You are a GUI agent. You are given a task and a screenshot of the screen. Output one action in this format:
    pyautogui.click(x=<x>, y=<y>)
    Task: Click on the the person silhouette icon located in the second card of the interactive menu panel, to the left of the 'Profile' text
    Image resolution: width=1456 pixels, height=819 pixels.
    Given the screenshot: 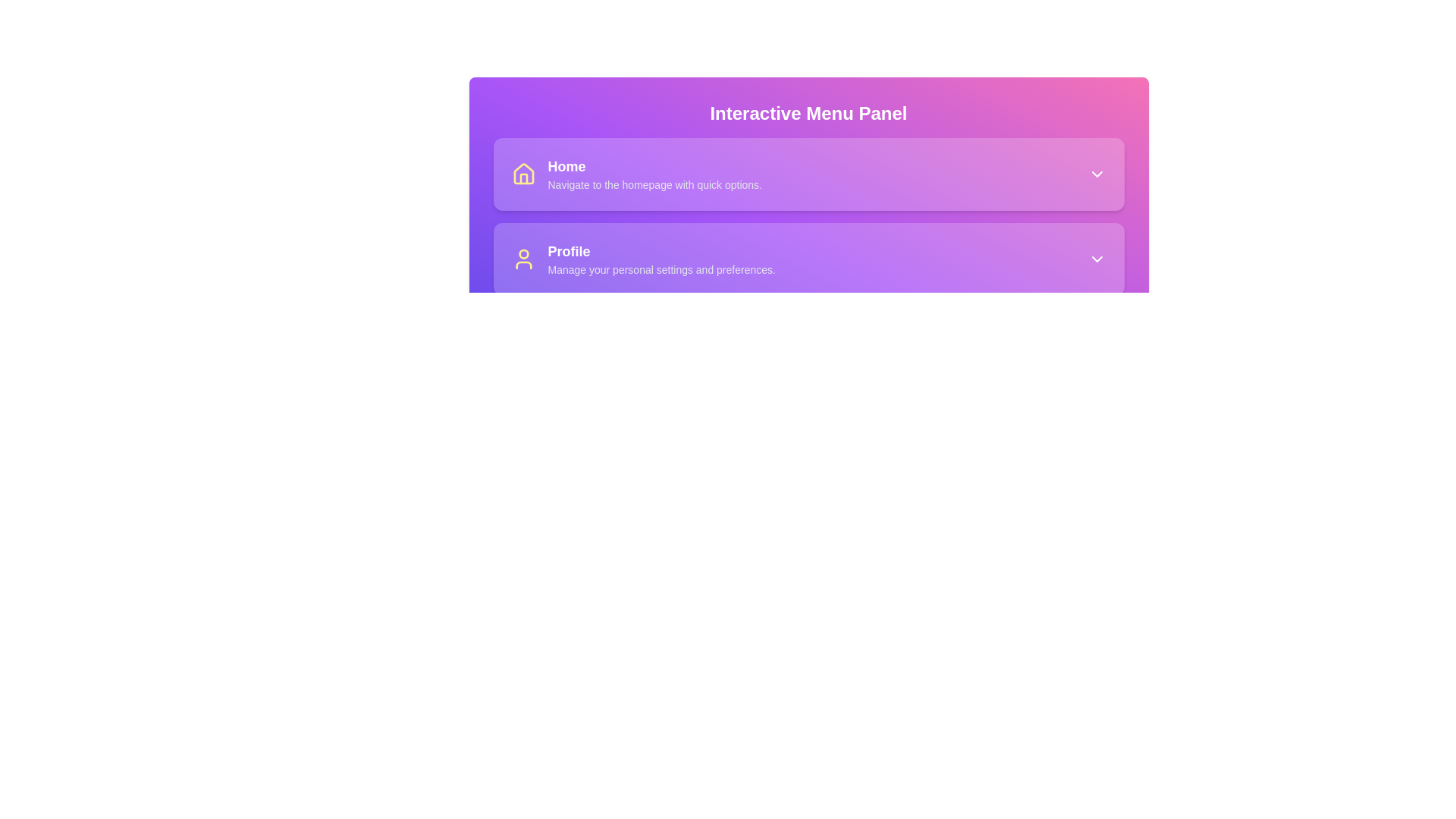 What is the action you would take?
    pyautogui.click(x=523, y=259)
    